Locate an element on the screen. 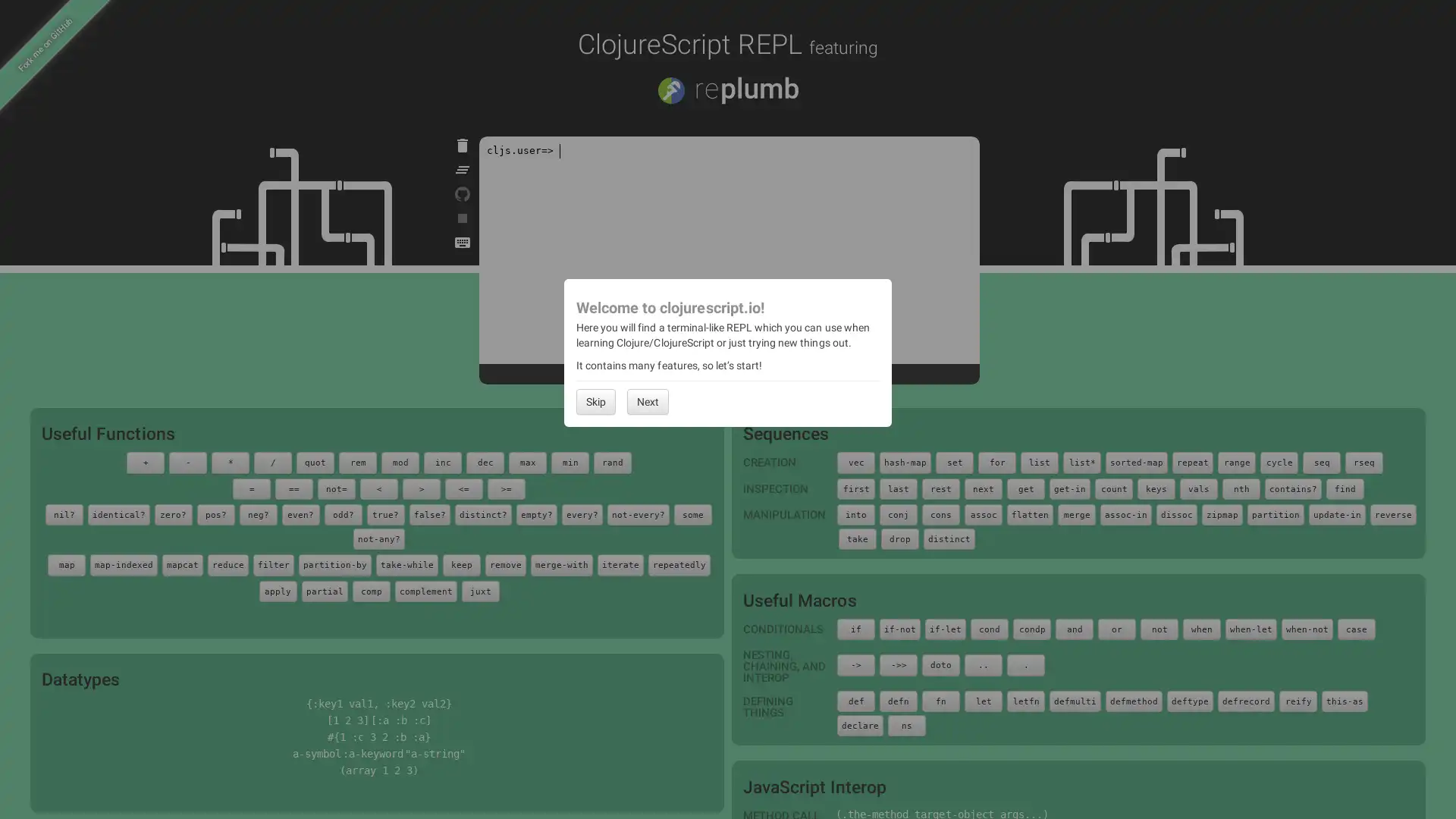  cond is located at coordinates (990, 629).